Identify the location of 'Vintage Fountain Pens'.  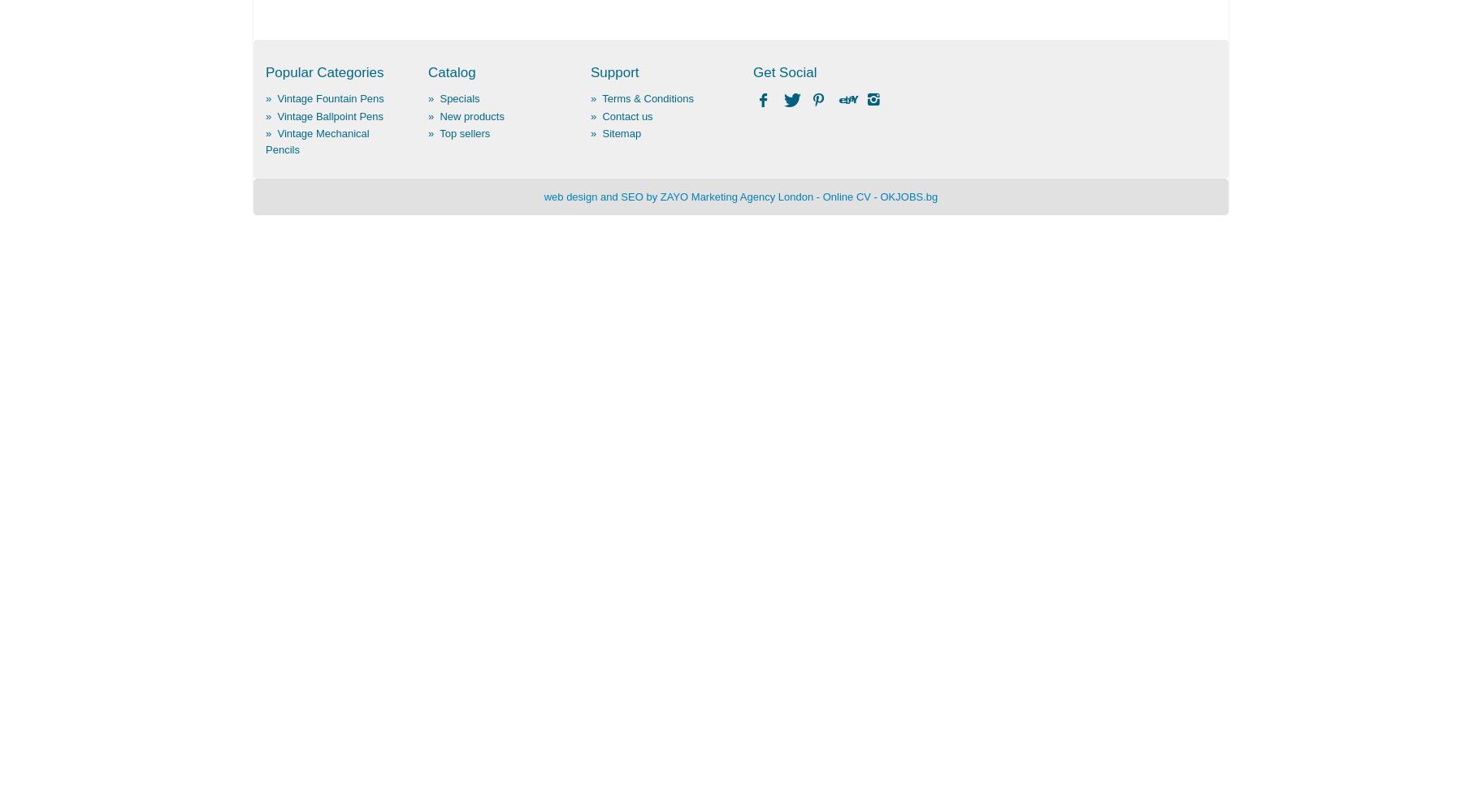
(330, 97).